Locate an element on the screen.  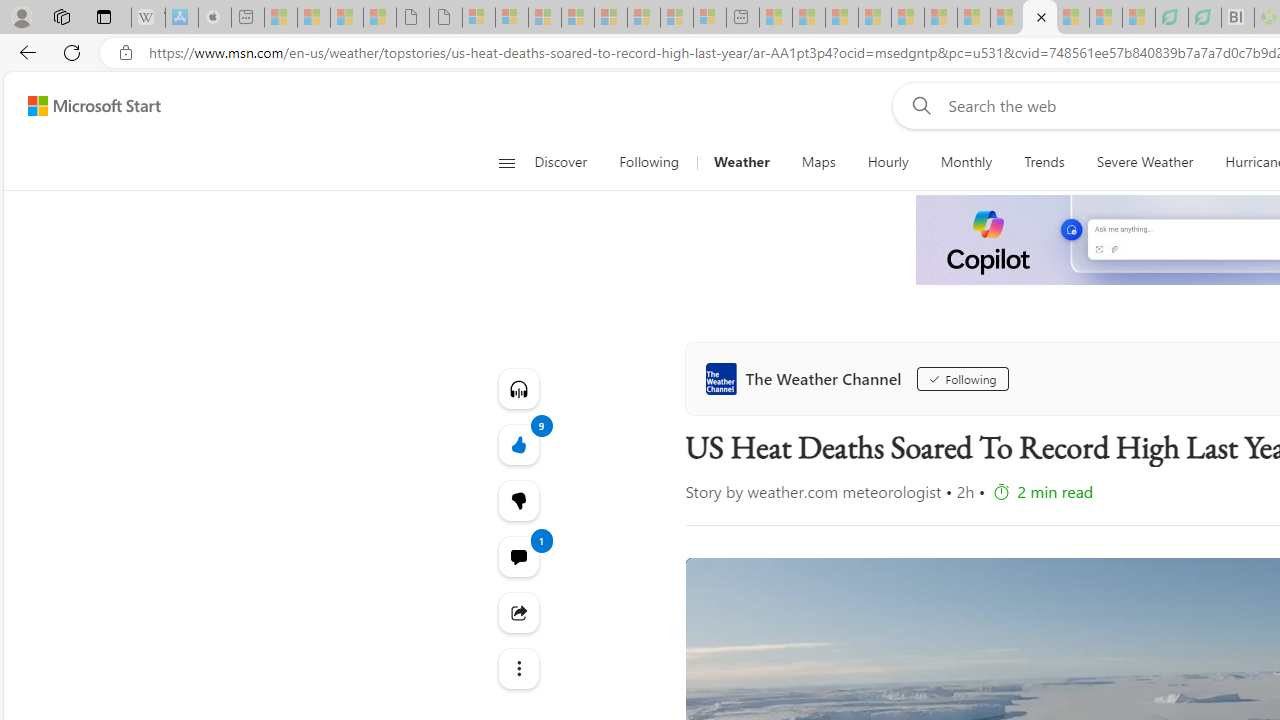
'View comments 1 Comment' is located at coordinates (518, 556).